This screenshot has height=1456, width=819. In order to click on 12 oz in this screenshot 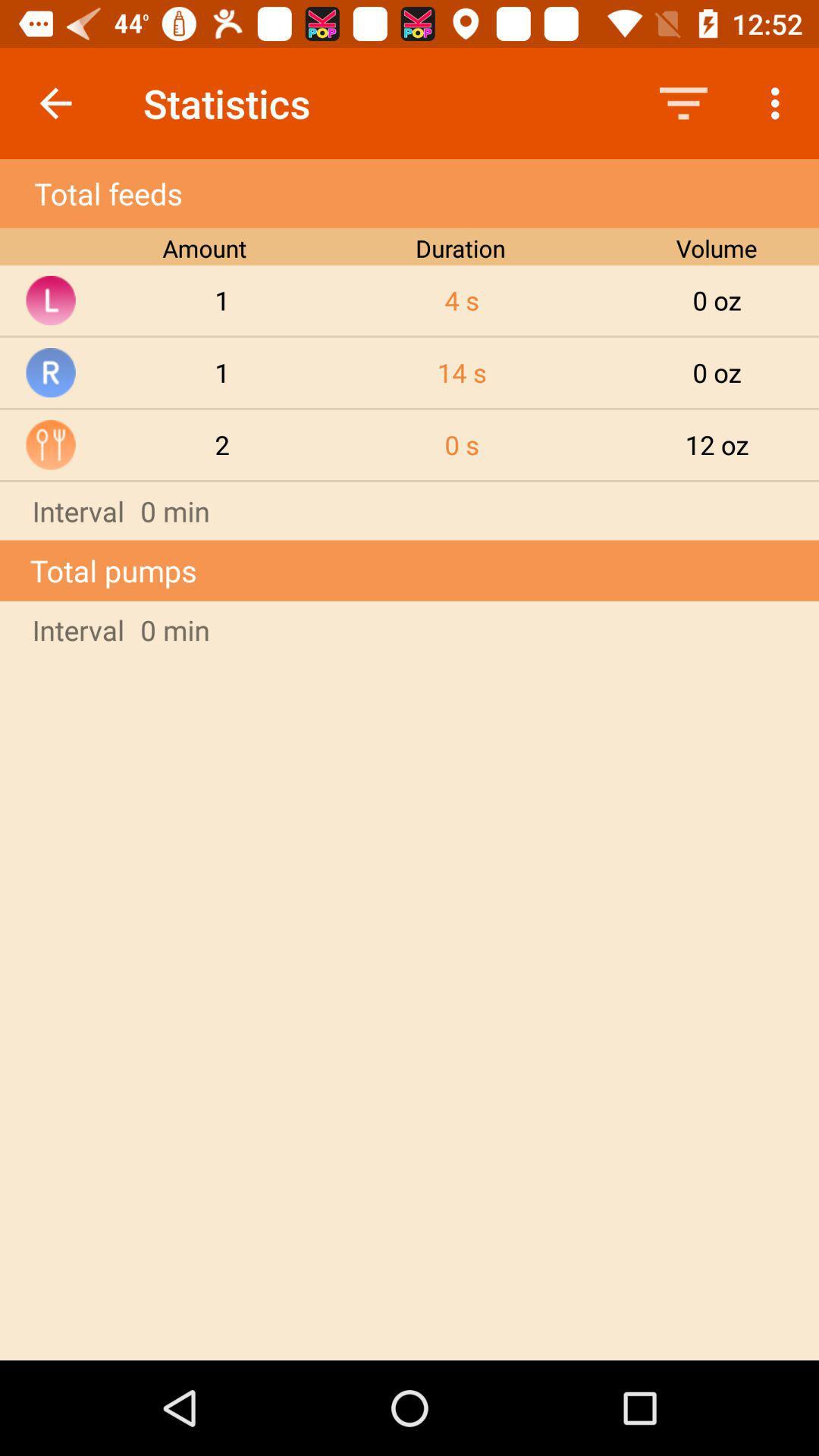, I will do `click(717, 444)`.